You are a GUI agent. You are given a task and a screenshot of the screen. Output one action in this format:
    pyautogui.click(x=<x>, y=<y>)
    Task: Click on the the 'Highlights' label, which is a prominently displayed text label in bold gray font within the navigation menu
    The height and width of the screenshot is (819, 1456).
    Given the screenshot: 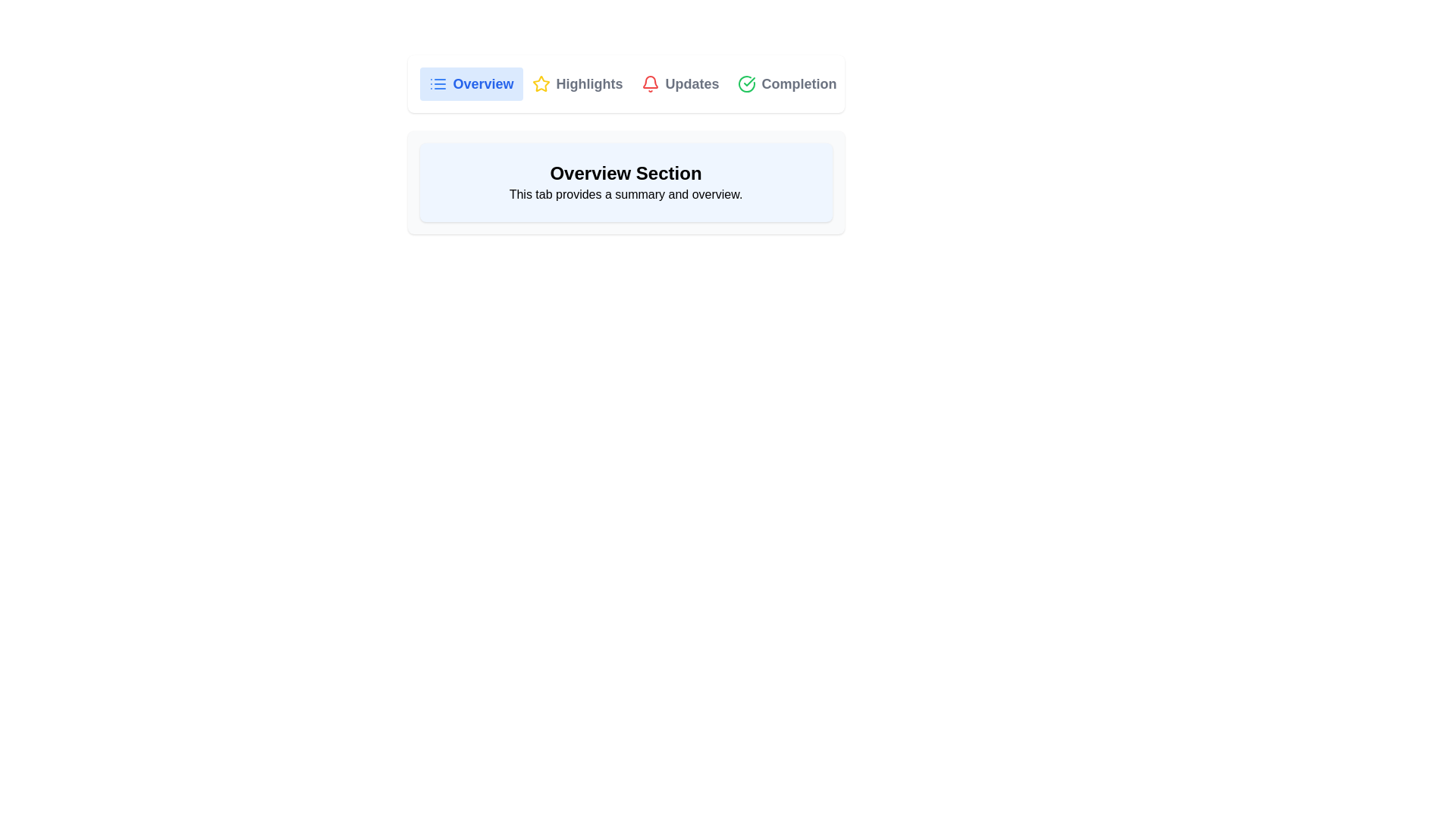 What is the action you would take?
    pyautogui.click(x=588, y=84)
    